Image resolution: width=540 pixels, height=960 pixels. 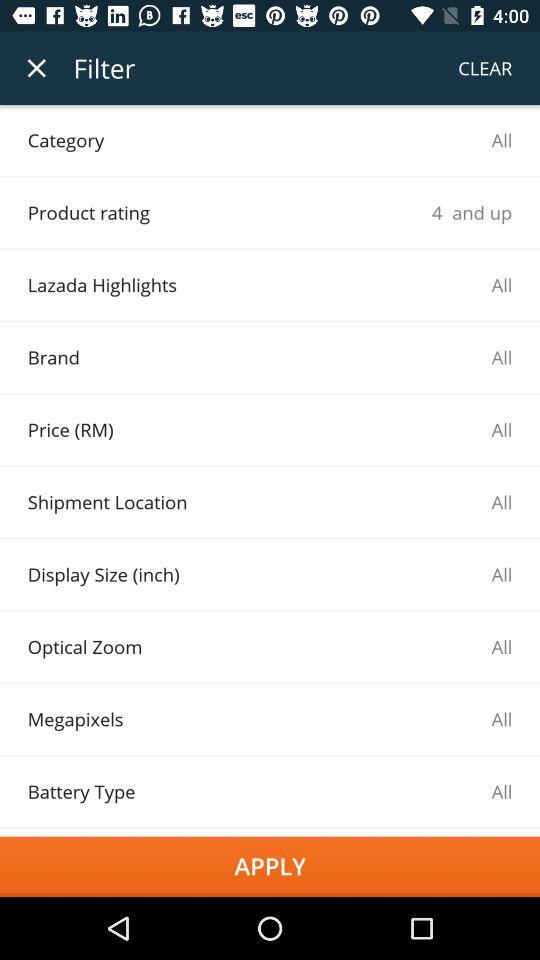 What do you see at coordinates (36, 68) in the screenshot?
I see `the icon next to filter` at bounding box center [36, 68].